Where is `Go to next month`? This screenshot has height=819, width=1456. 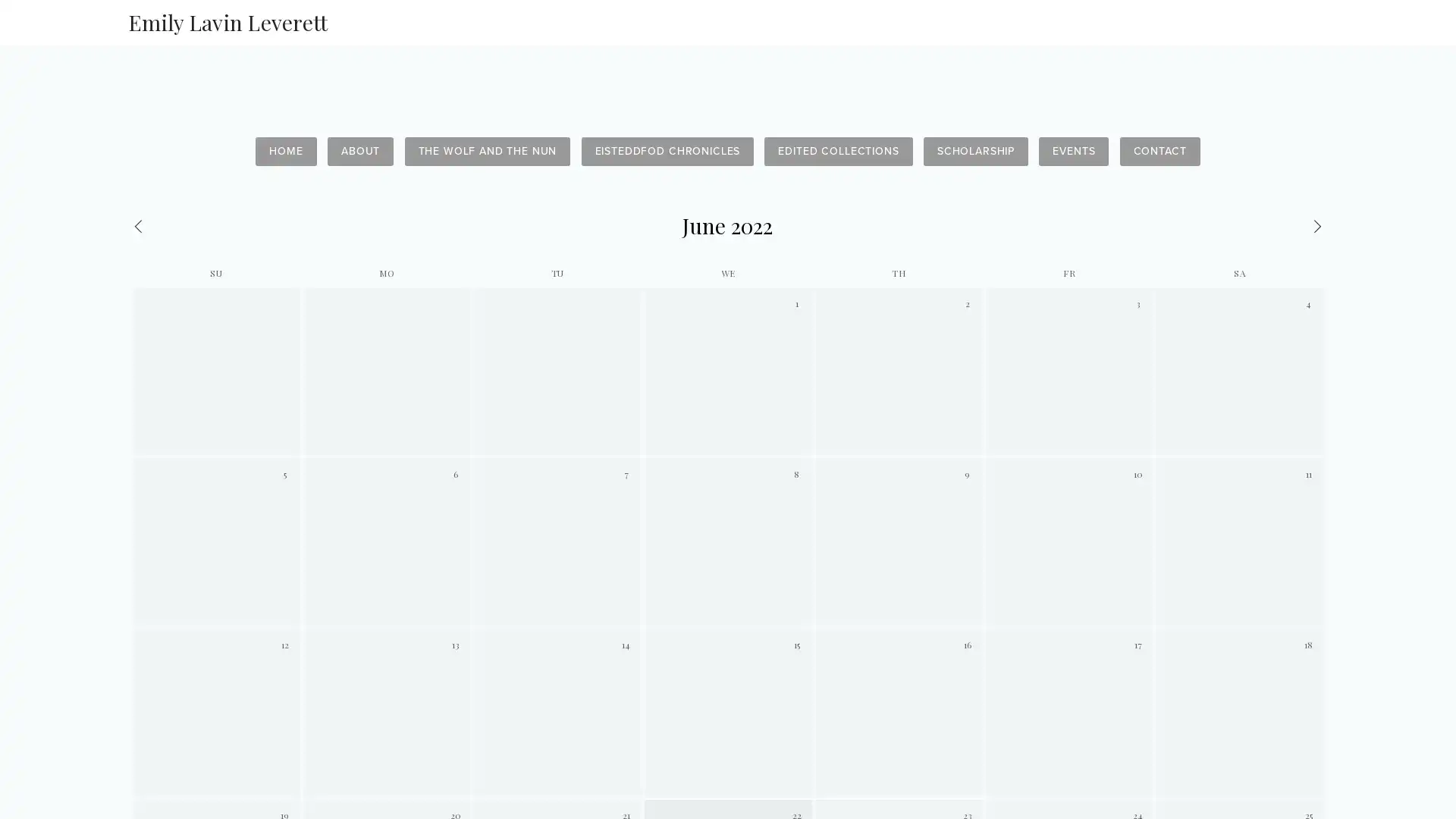
Go to next month is located at coordinates (1242, 225).